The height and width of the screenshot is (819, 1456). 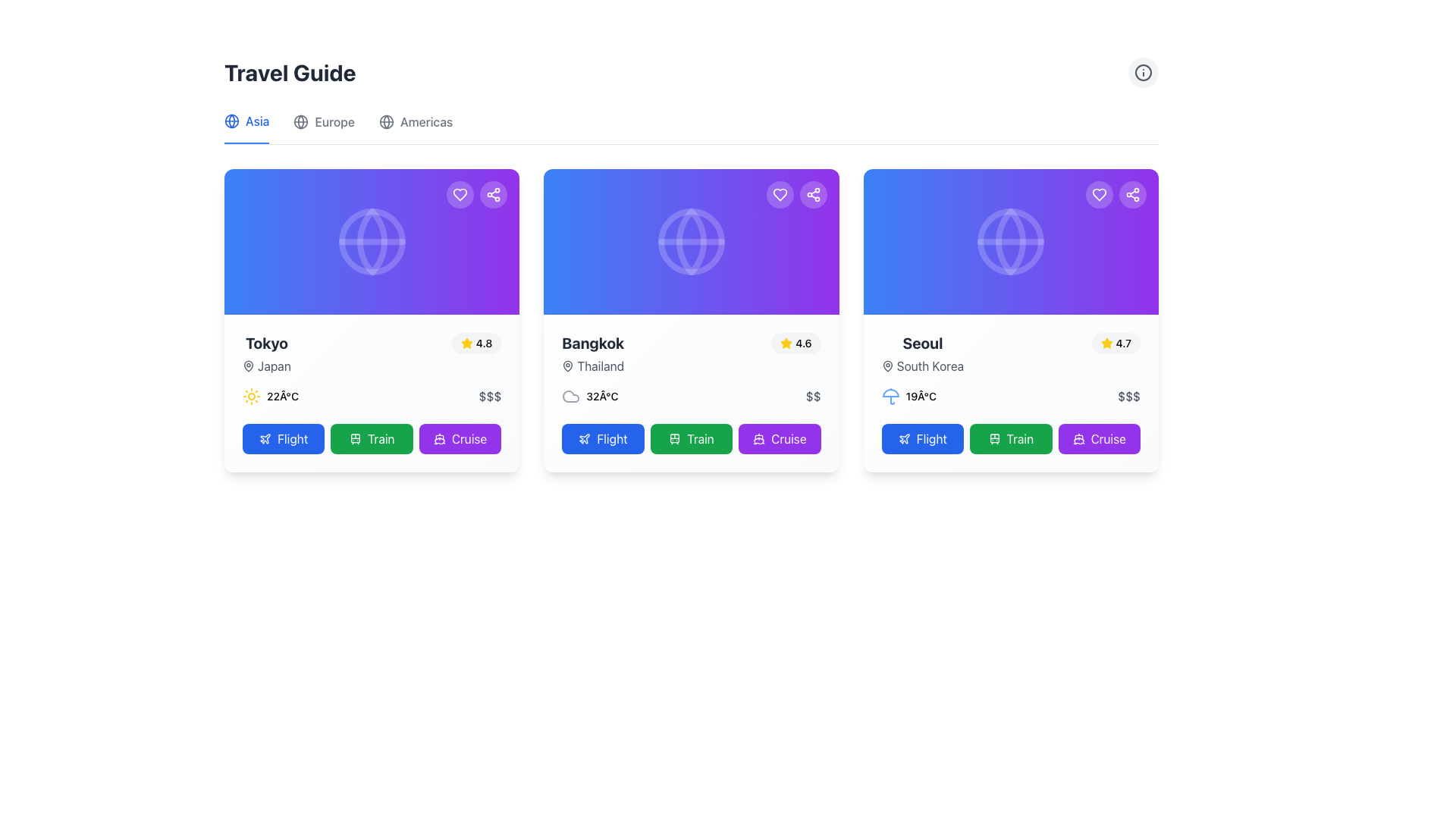 I want to click on the temperature display text label (19°C) located within the 'Seoul' card in the 'Travel Guide' interface, positioned near the umbrella icon, so click(x=920, y=396).